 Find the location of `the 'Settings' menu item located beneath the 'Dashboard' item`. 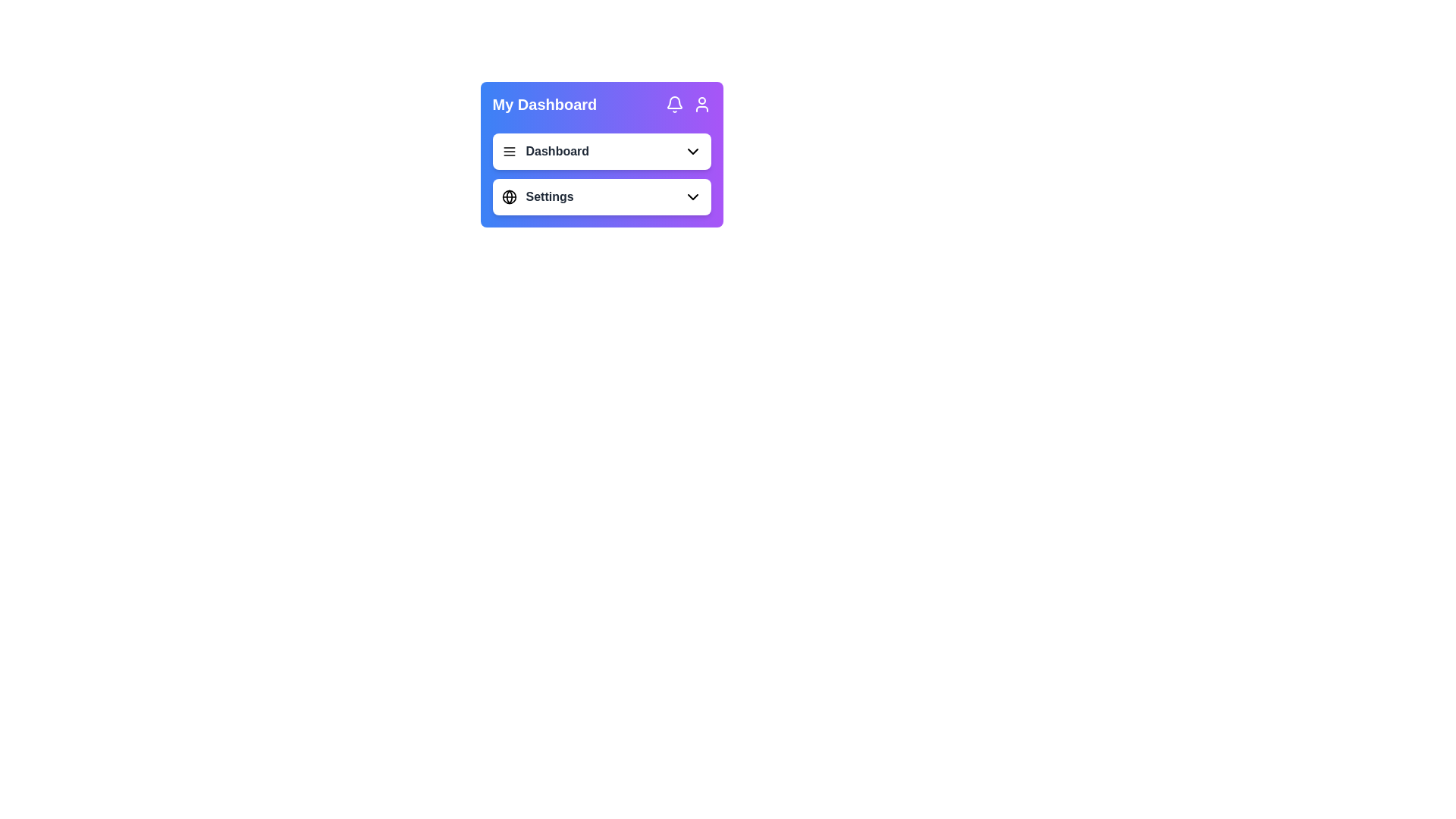

the 'Settings' menu item located beneath the 'Dashboard' item is located at coordinates (601, 196).